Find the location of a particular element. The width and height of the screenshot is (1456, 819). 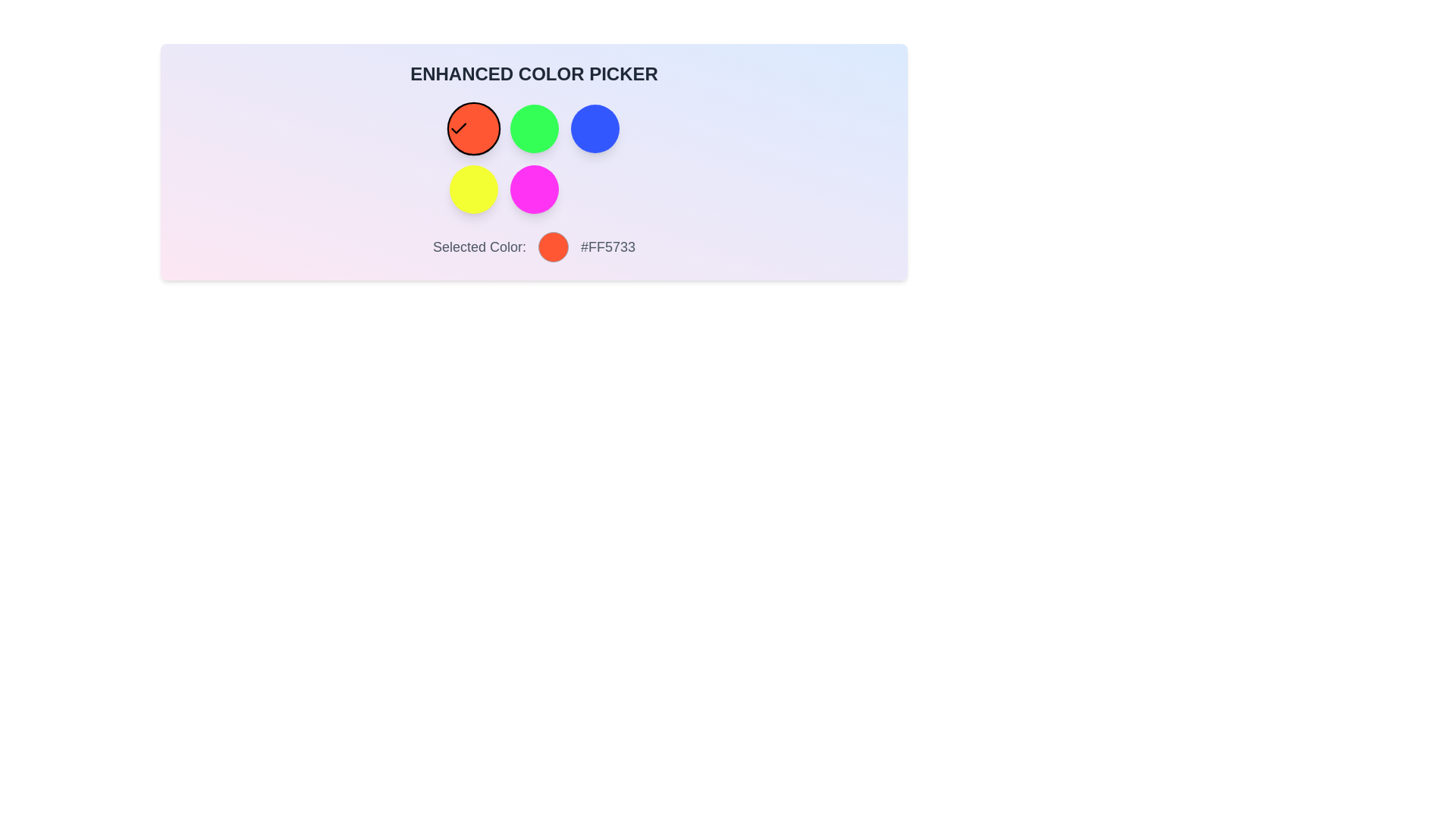

the first button in the top-left corner of the 3x2 grid layout of circular buttons beneath the title 'ENHANCED COLOR PICKER' is located at coordinates (472, 127).